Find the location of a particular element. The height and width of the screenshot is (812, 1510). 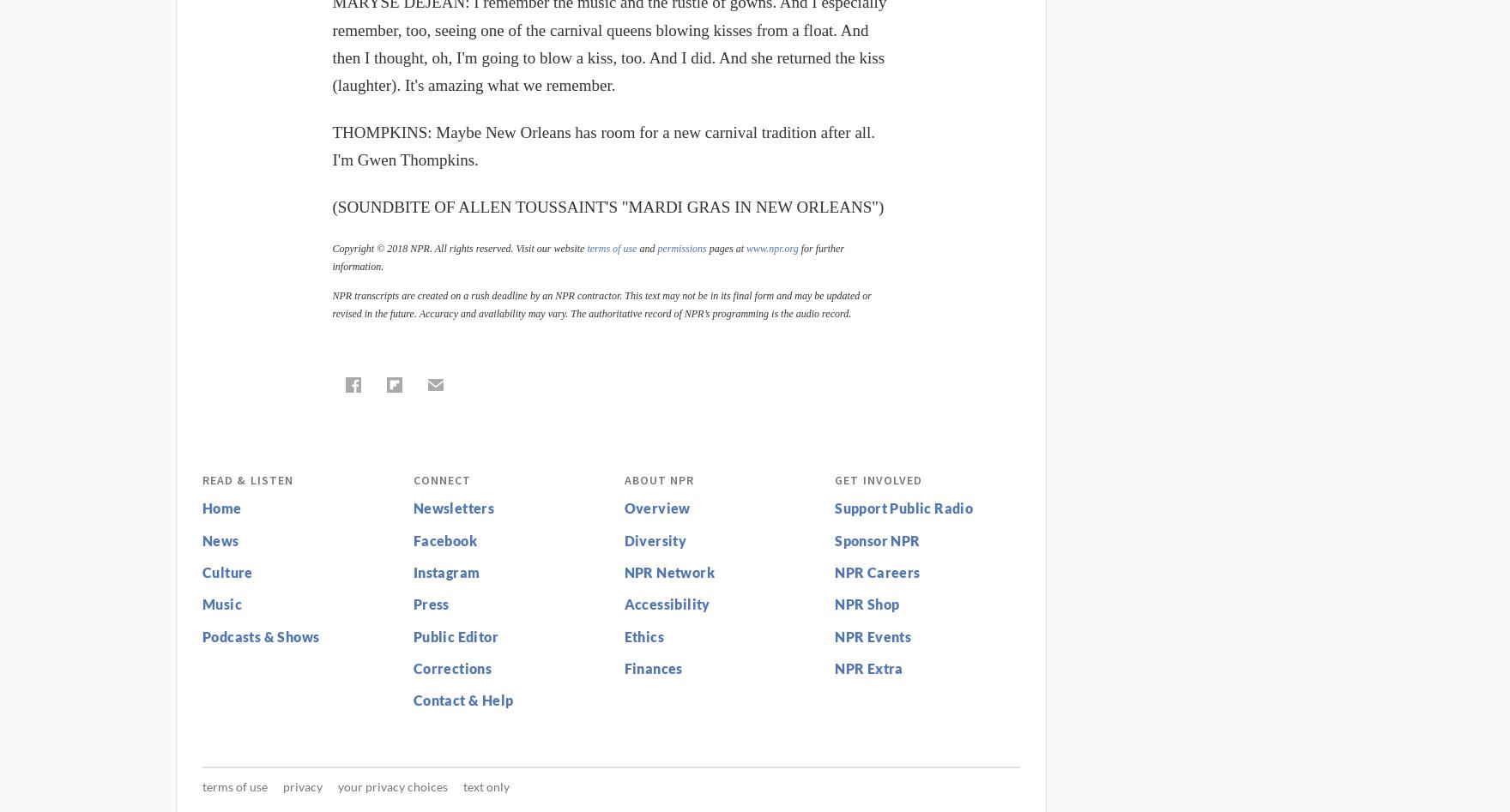

'Get Involved' is located at coordinates (878, 478).